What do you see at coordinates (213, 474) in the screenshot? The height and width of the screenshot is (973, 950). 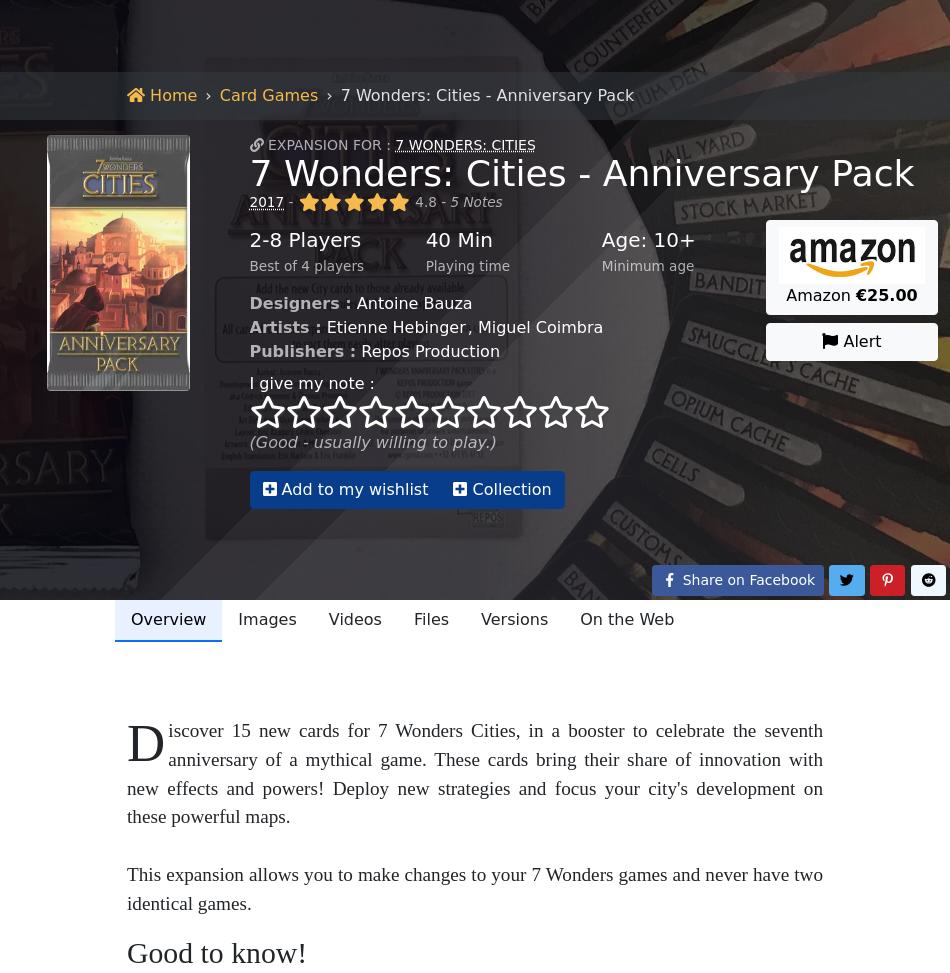 I see `'23:47'` at bounding box center [213, 474].